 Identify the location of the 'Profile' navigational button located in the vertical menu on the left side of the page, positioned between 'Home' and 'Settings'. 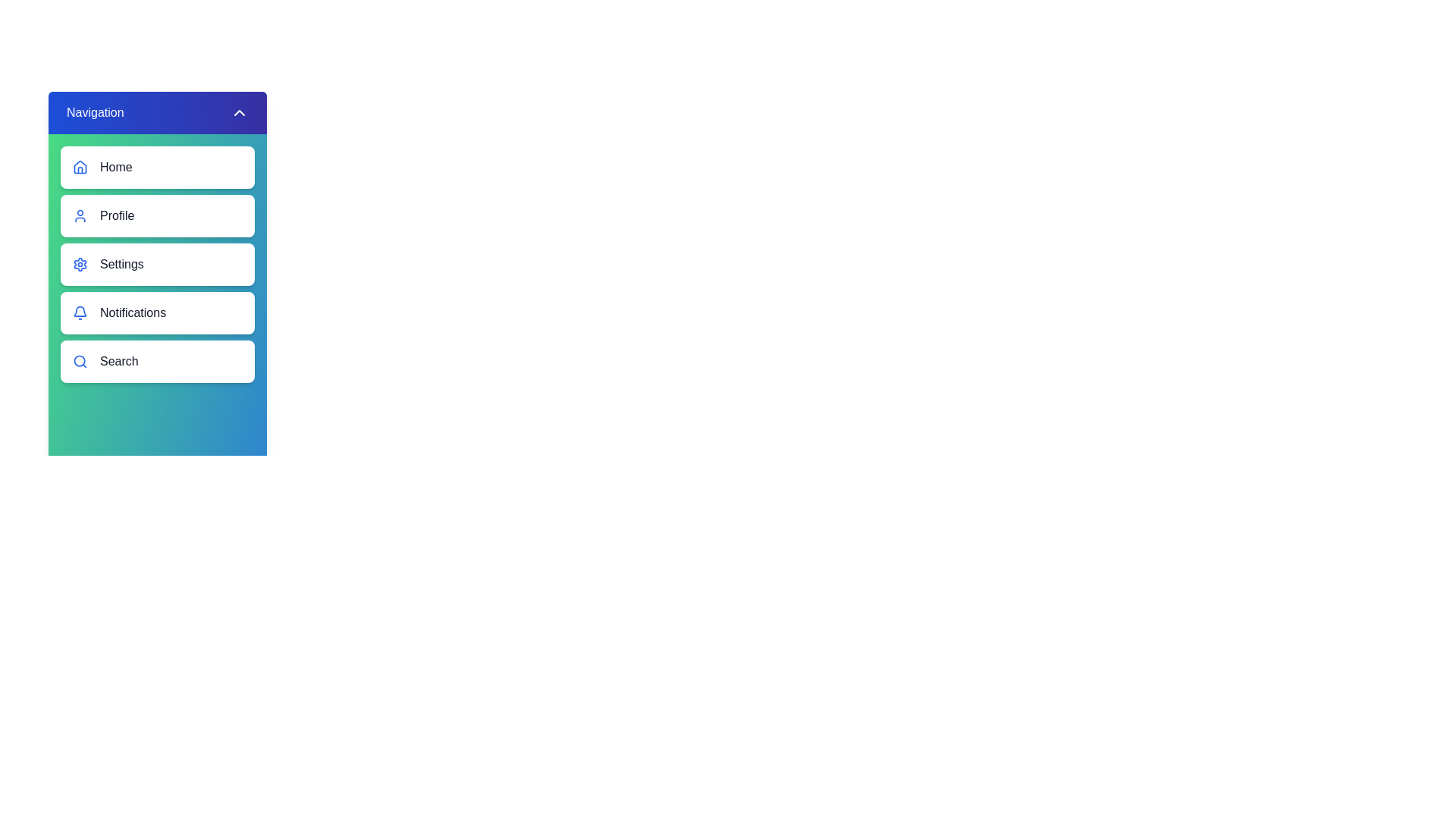
(157, 216).